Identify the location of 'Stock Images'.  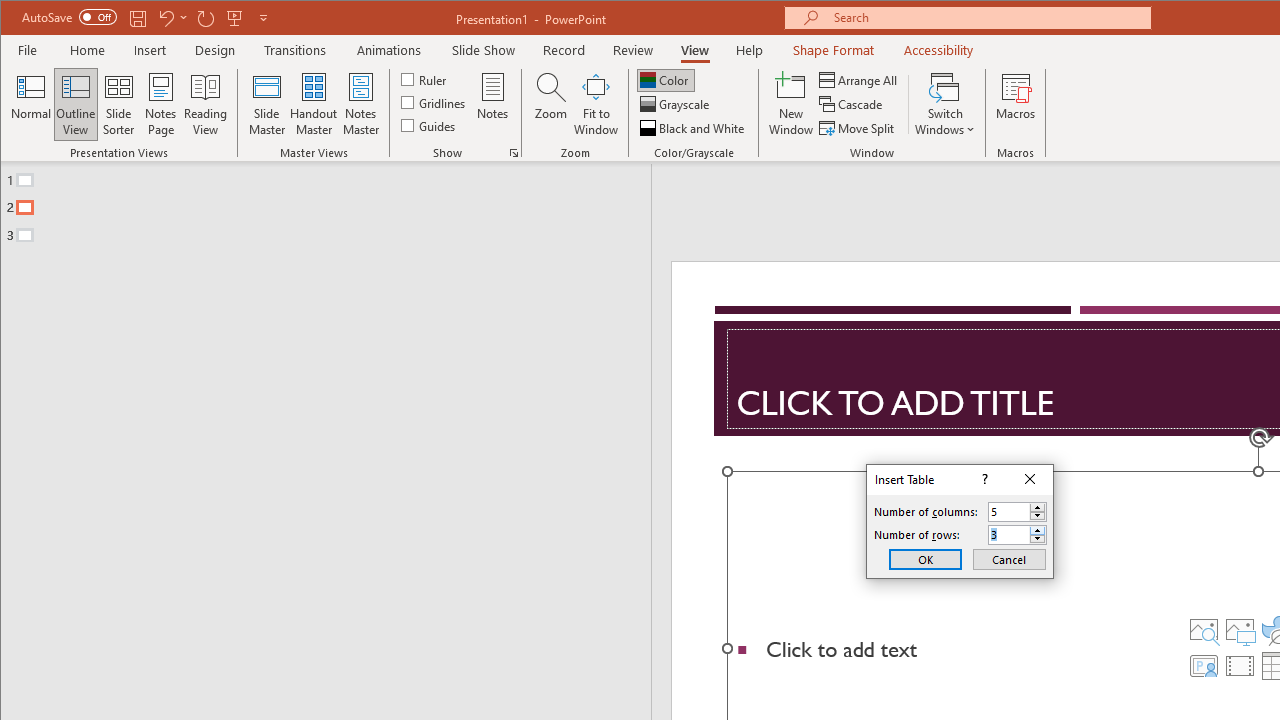
(1202, 630).